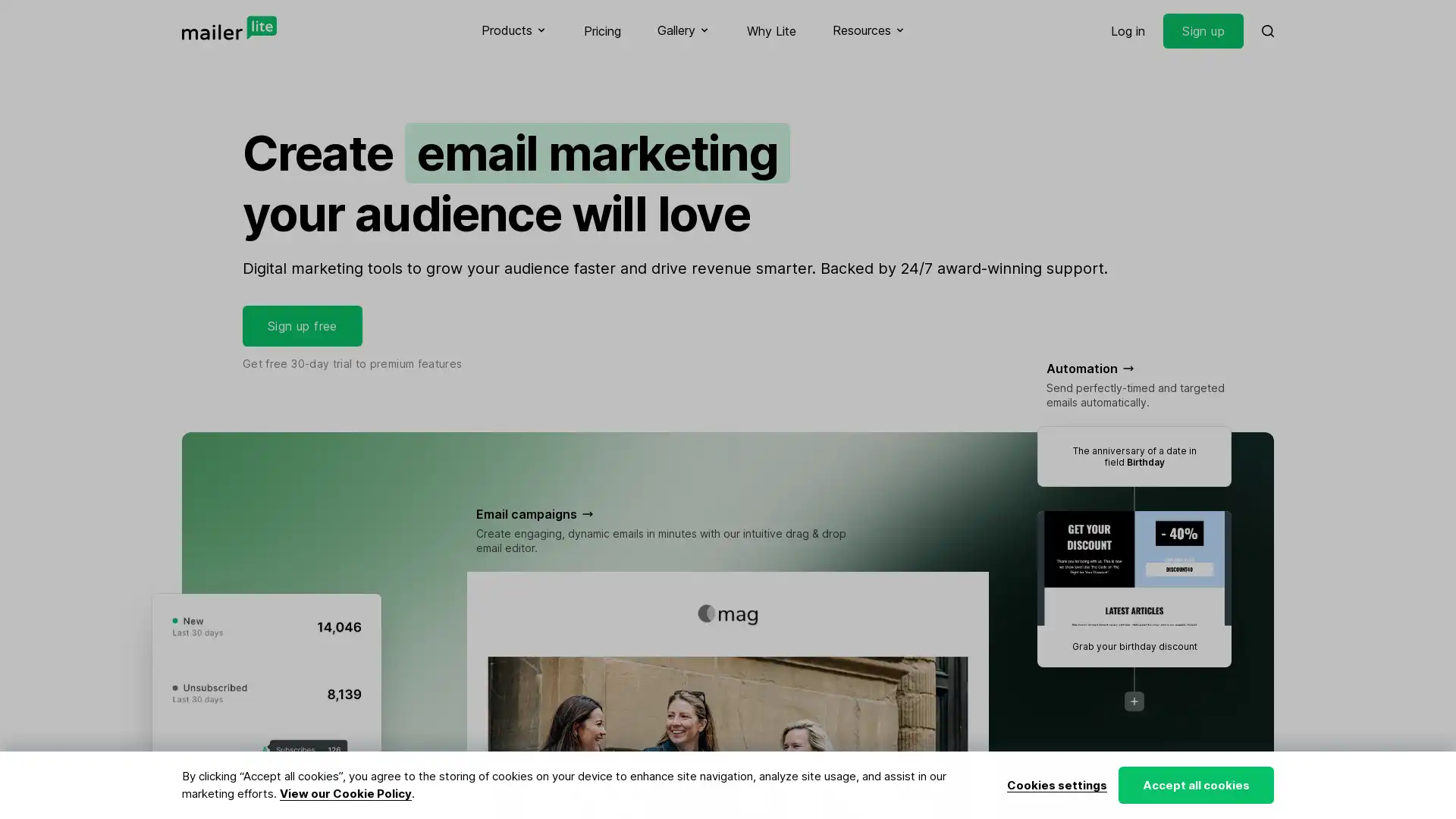 This screenshot has width=1456, height=819. Describe the element at coordinates (1056, 785) in the screenshot. I see `Cookies settings` at that location.